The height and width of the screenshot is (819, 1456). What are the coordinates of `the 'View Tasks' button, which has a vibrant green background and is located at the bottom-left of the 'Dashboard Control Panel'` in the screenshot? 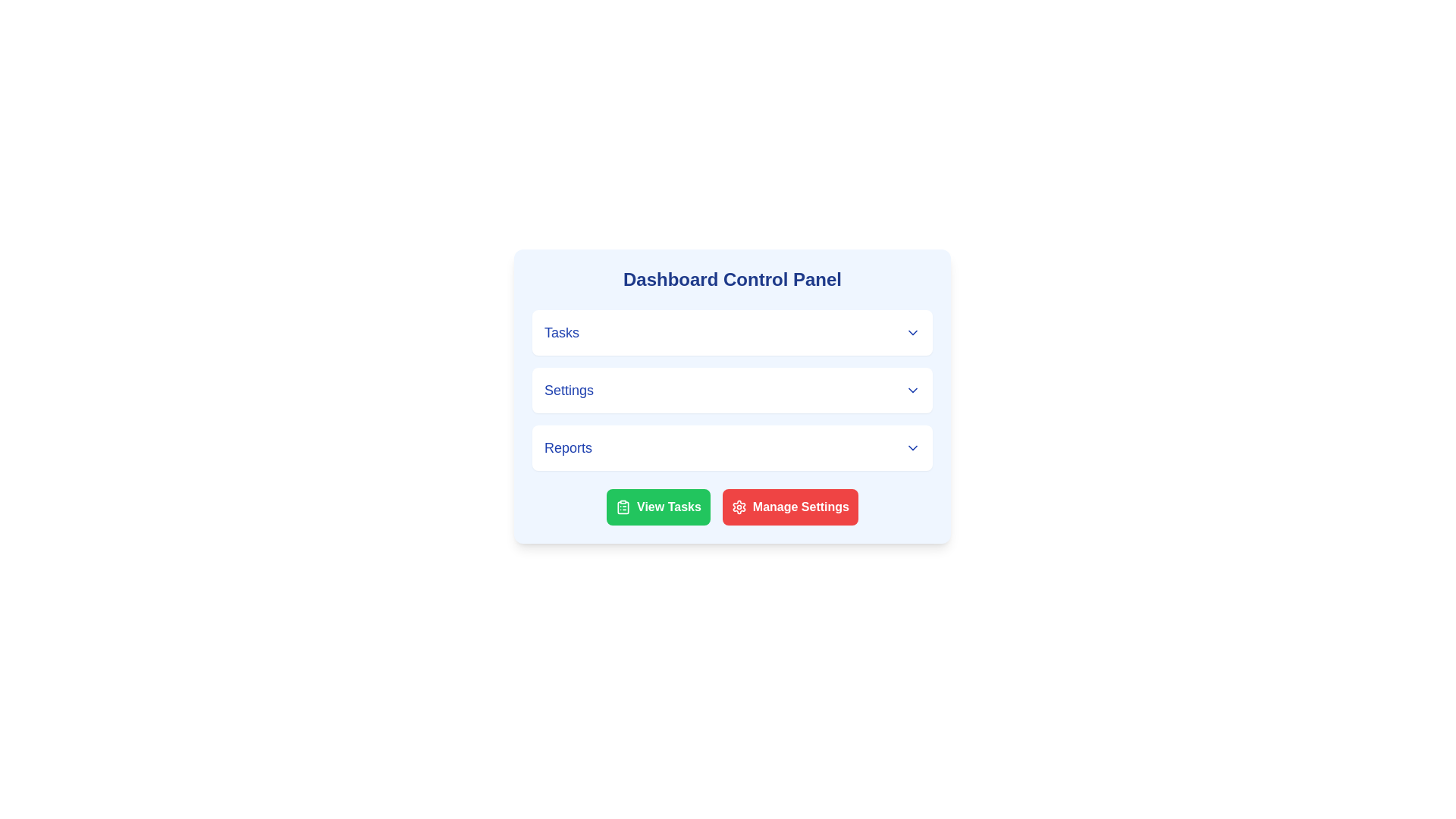 It's located at (658, 507).